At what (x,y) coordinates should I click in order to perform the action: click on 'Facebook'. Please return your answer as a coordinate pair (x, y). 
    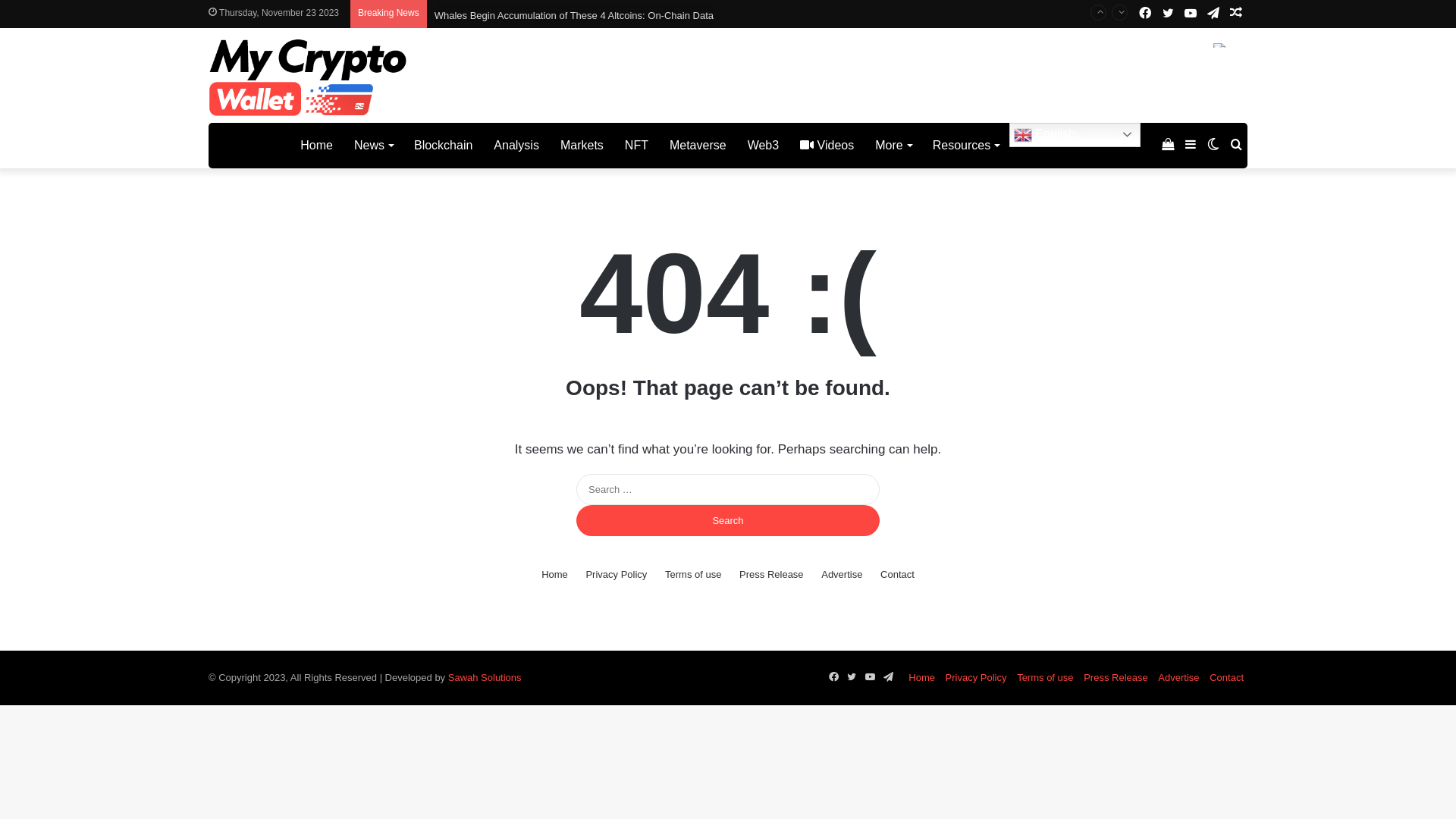
    Looking at the image, I should click on (1145, 14).